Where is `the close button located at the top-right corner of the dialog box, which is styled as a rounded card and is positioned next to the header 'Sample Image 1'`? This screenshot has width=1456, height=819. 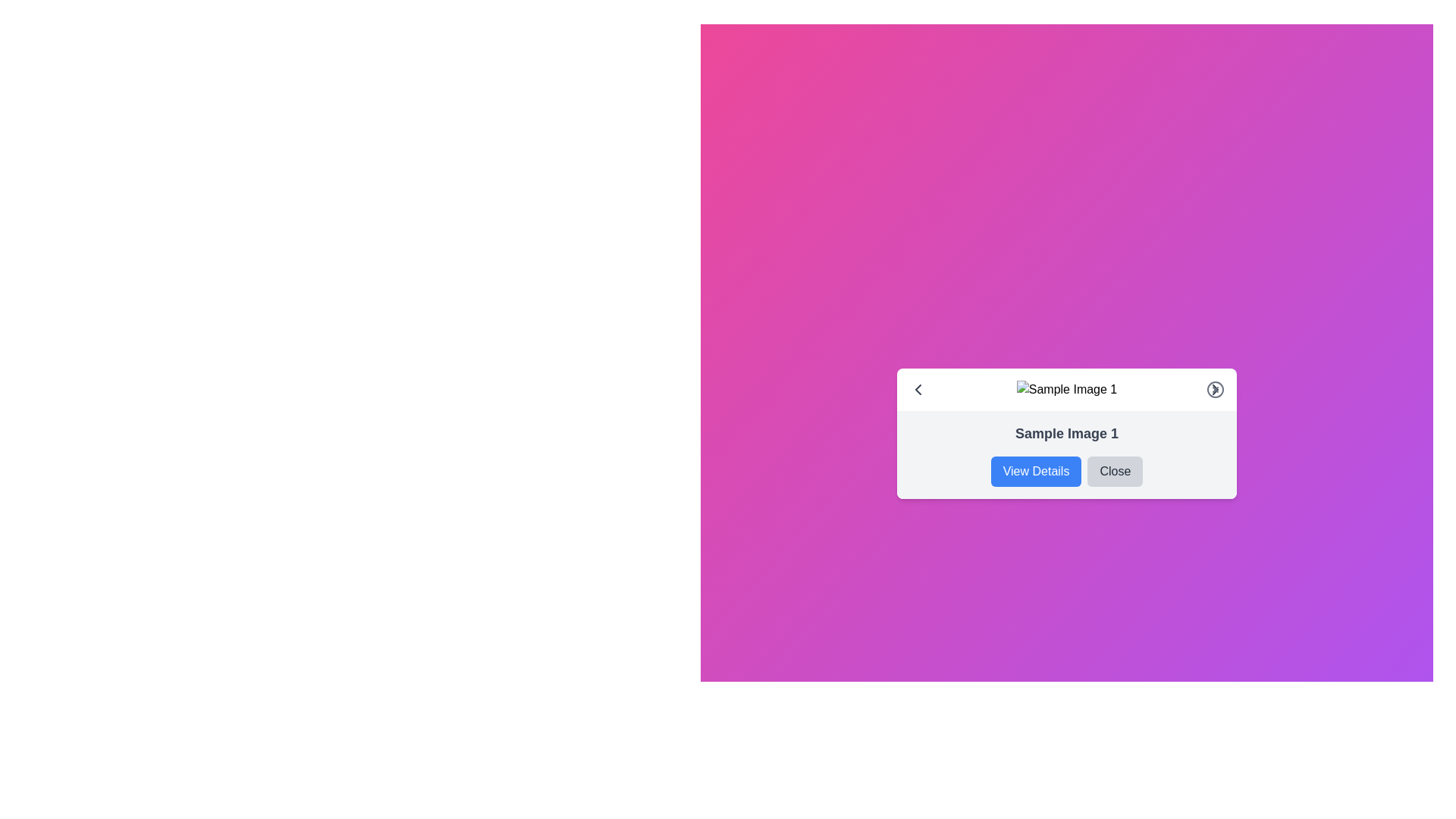 the close button located at the top-right corner of the dialog box, which is styled as a rounded card and is positioned next to the header 'Sample Image 1' is located at coordinates (1216, 388).